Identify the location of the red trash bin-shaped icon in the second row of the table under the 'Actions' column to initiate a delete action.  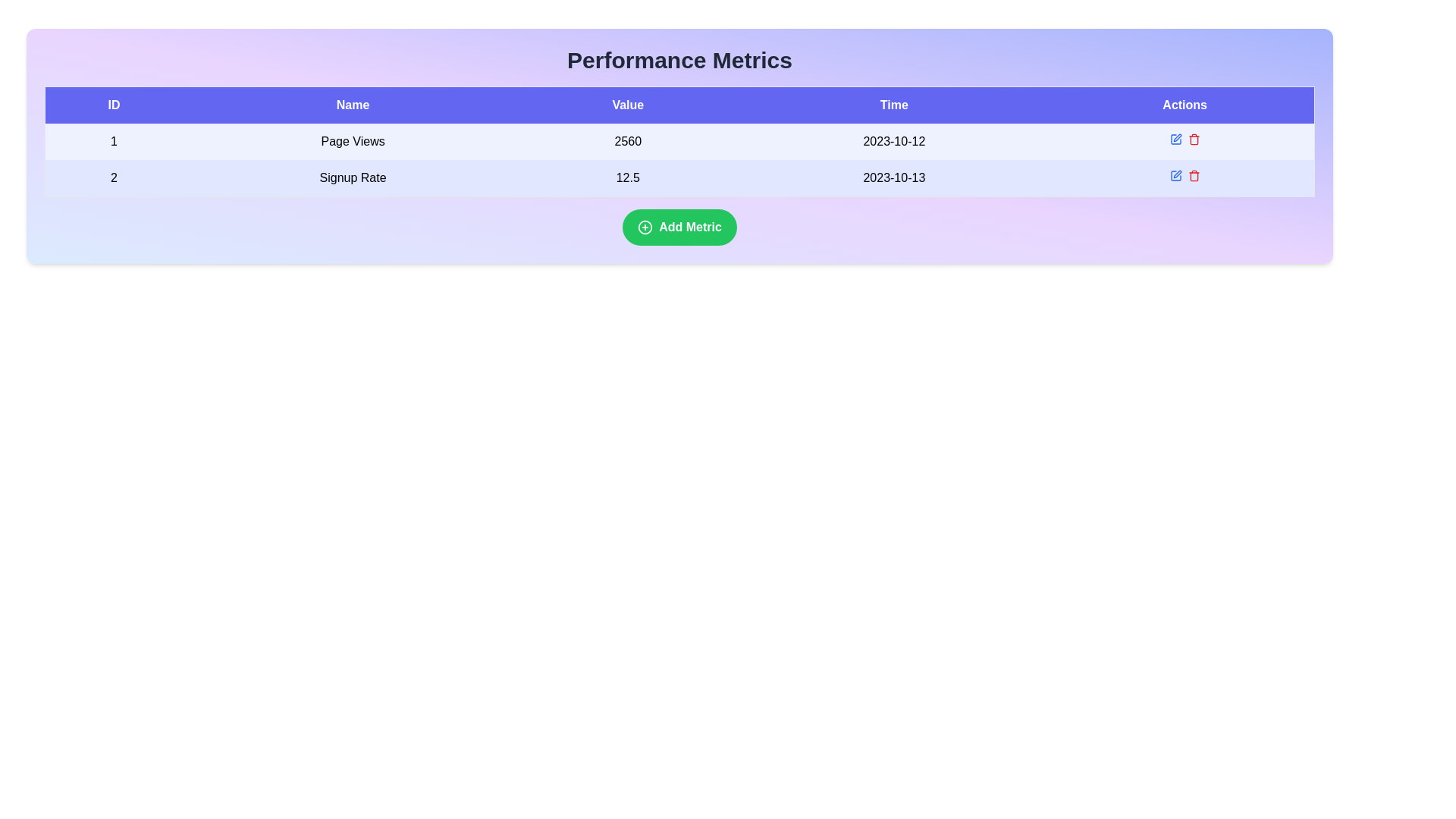
(1193, 140).